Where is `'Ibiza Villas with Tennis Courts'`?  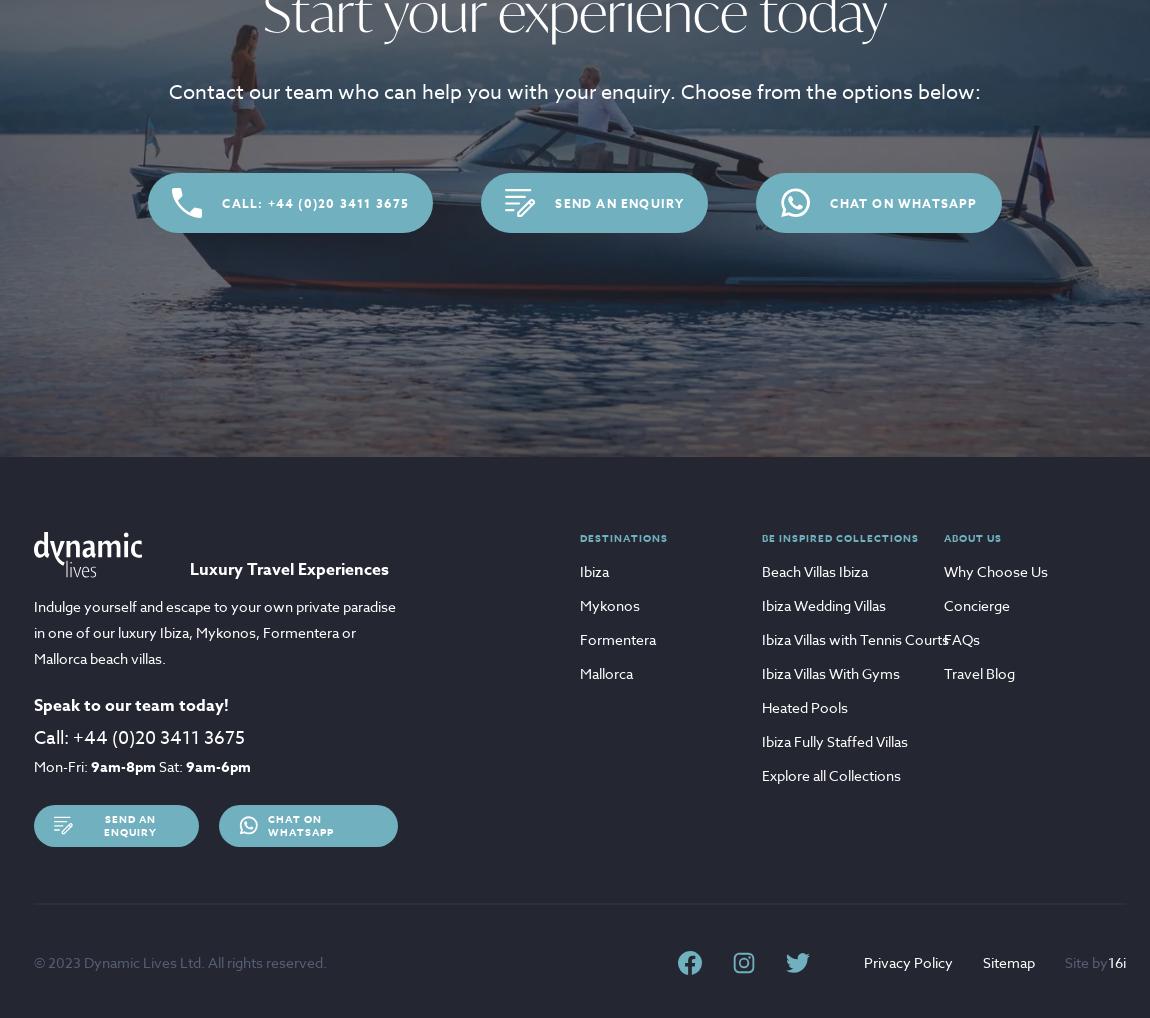 'Ibiza Villas with Tennis Courts' is located at coordinates (854, 638).